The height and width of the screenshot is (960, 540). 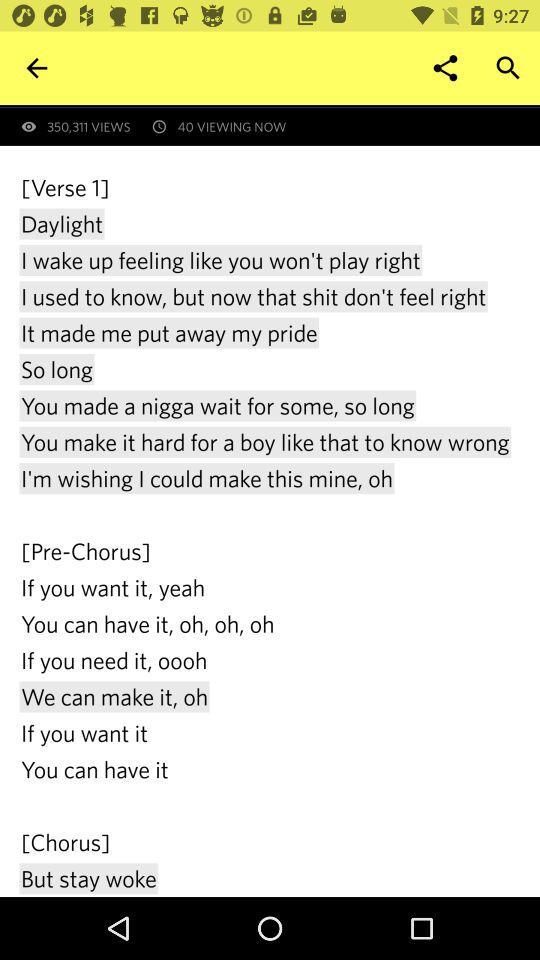 I want to click on the item above first revealed at item, so click(x=36, y=68).